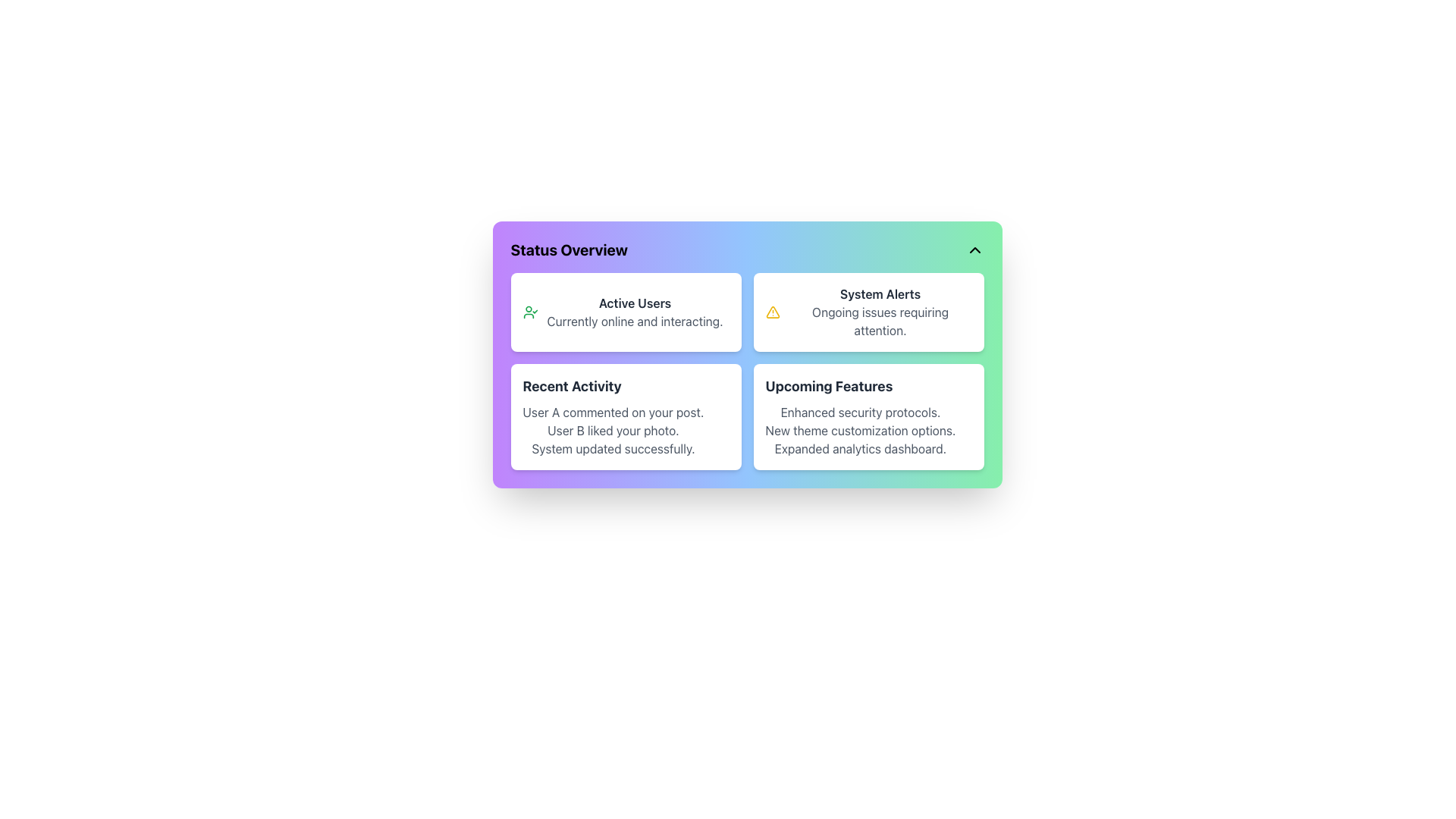 This screenshot has width=1456, height=819. What do you see at coordinates (530, 312) in the screenshot?
I see `the user icon with a checkmark located in the upper left corner of the 'Active Users' card` at bounding box center [530, 312].